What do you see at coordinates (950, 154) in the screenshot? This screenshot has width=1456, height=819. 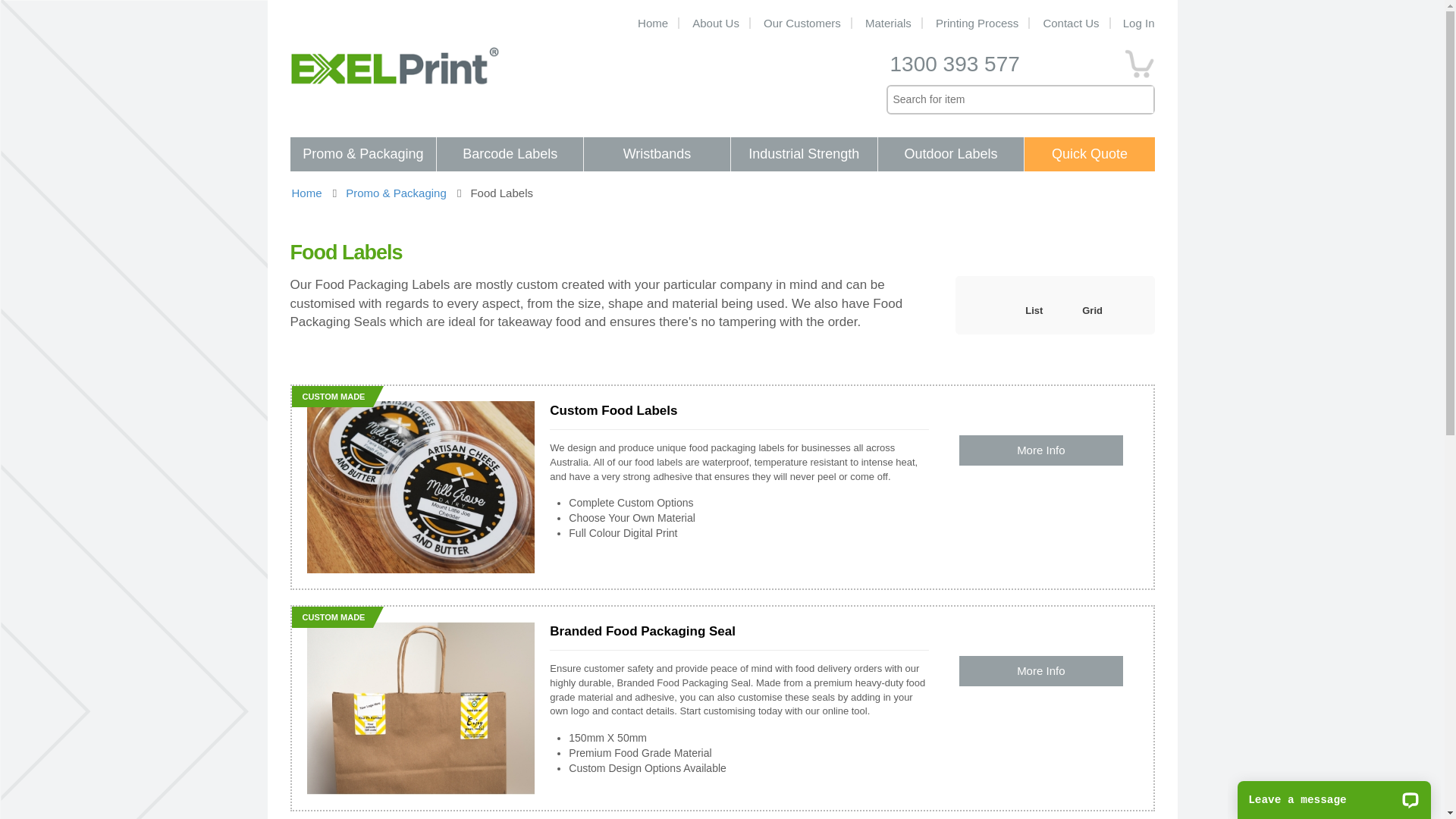 I see `'Outdoor Labels'` at bounding box center [950, 154].